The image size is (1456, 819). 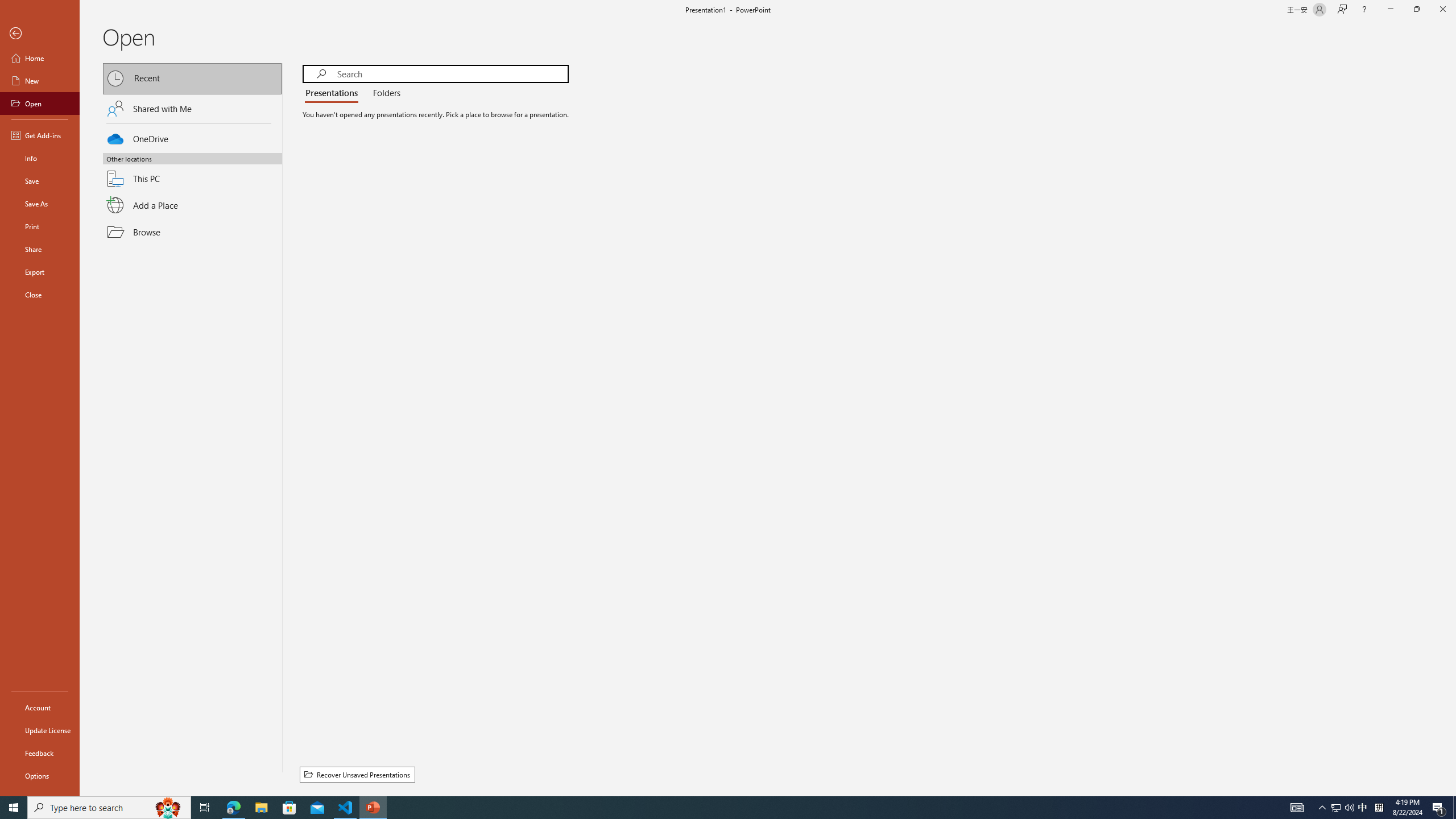 I want to click on 'Folders', so click(x=383, y=93).